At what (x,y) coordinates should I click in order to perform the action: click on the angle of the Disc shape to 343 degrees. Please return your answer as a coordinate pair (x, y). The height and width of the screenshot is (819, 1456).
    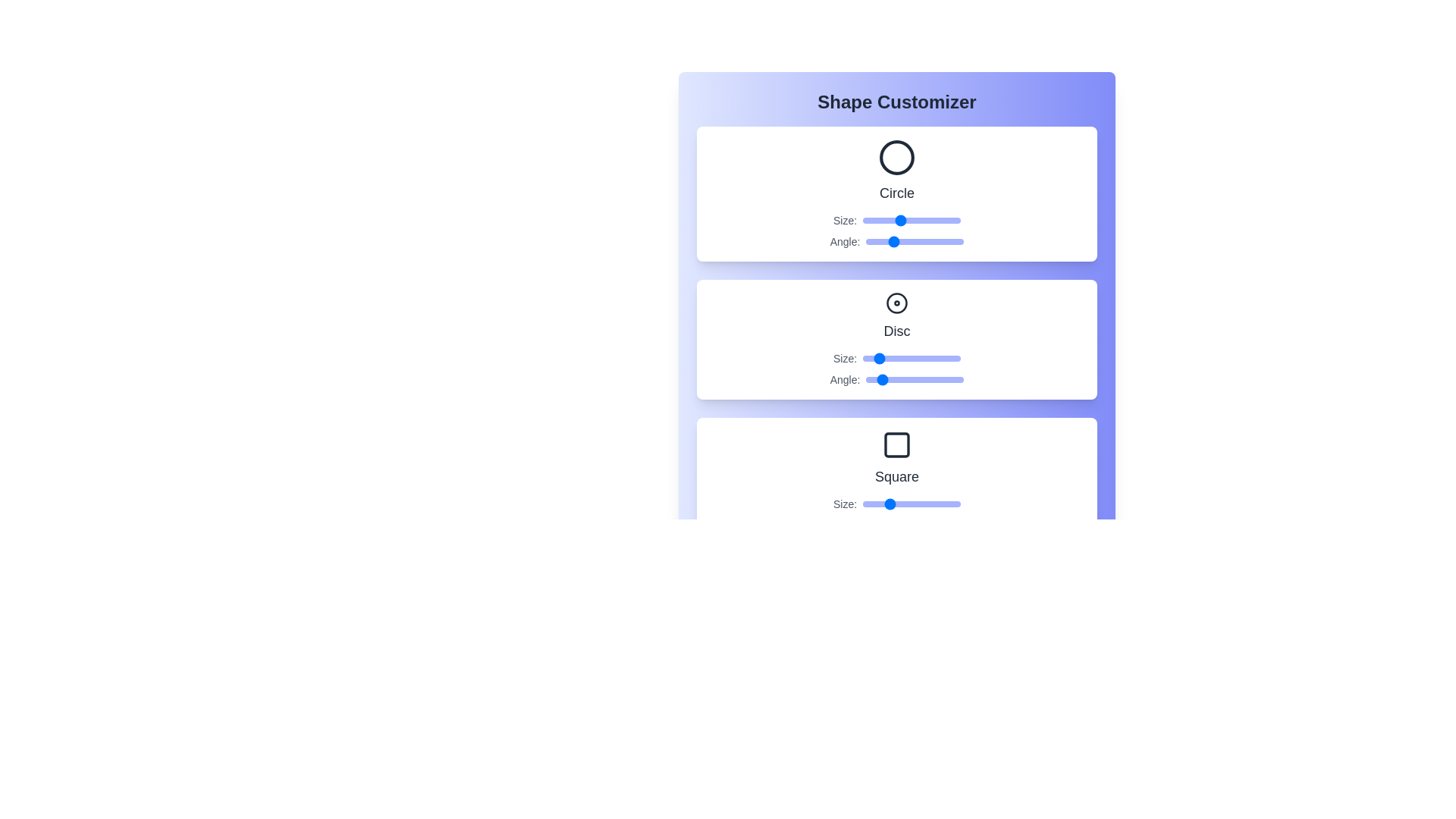
    Looking at the image, I should click on (959, 379).